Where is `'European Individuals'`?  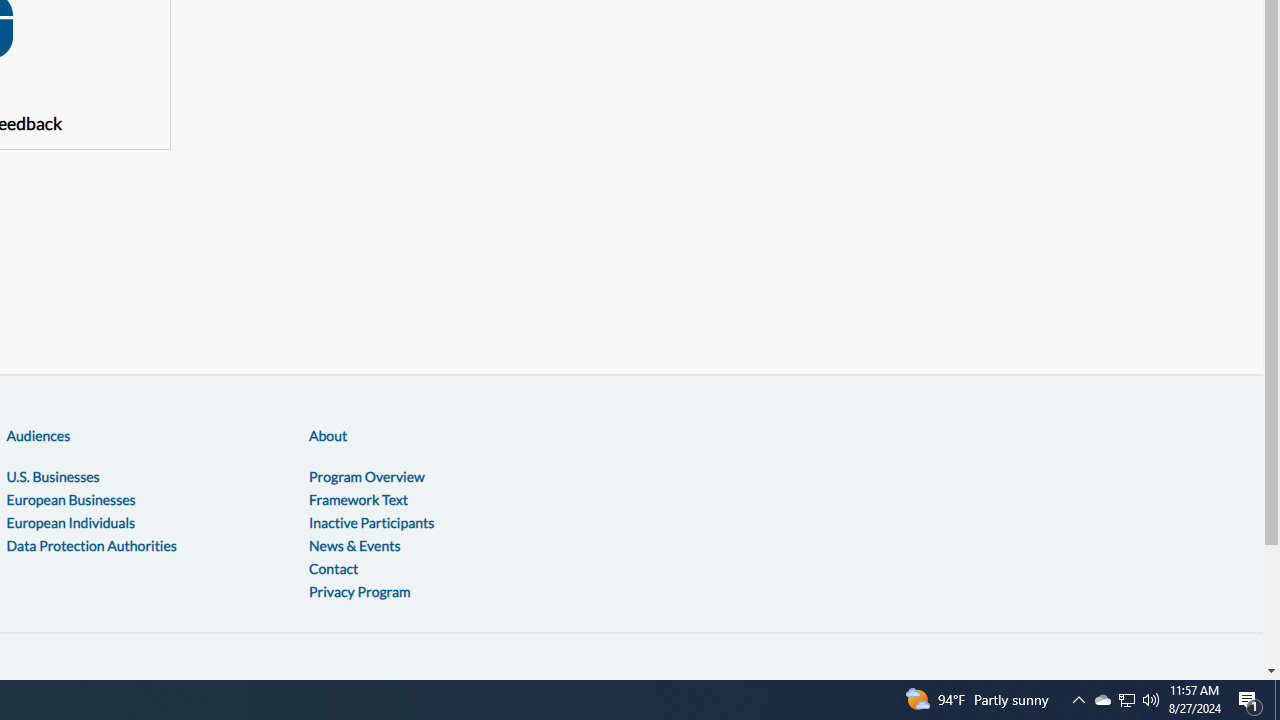 'European Individuals' is located at coordinates (71, 521).